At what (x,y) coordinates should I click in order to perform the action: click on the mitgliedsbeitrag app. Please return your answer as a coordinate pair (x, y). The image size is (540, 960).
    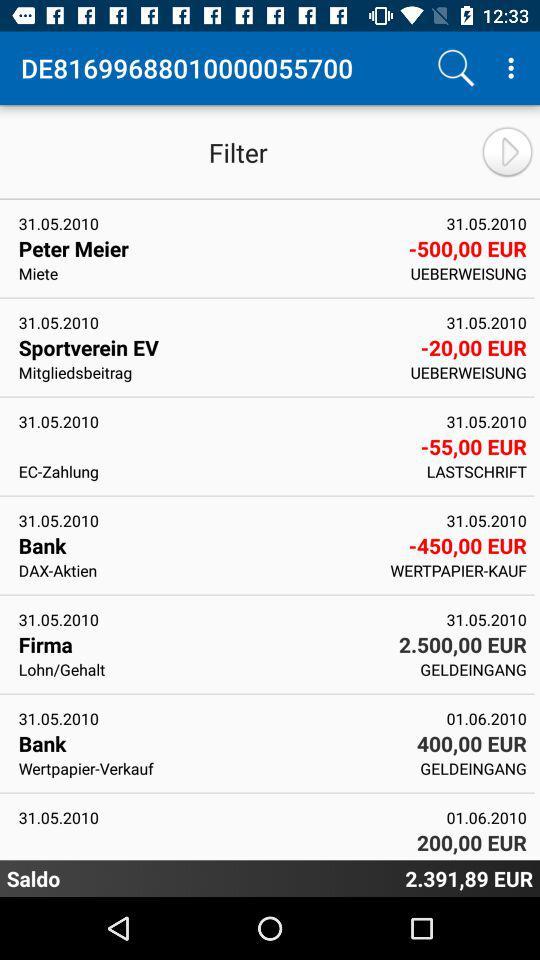
    Looking at the image, I should click on (207, 371).